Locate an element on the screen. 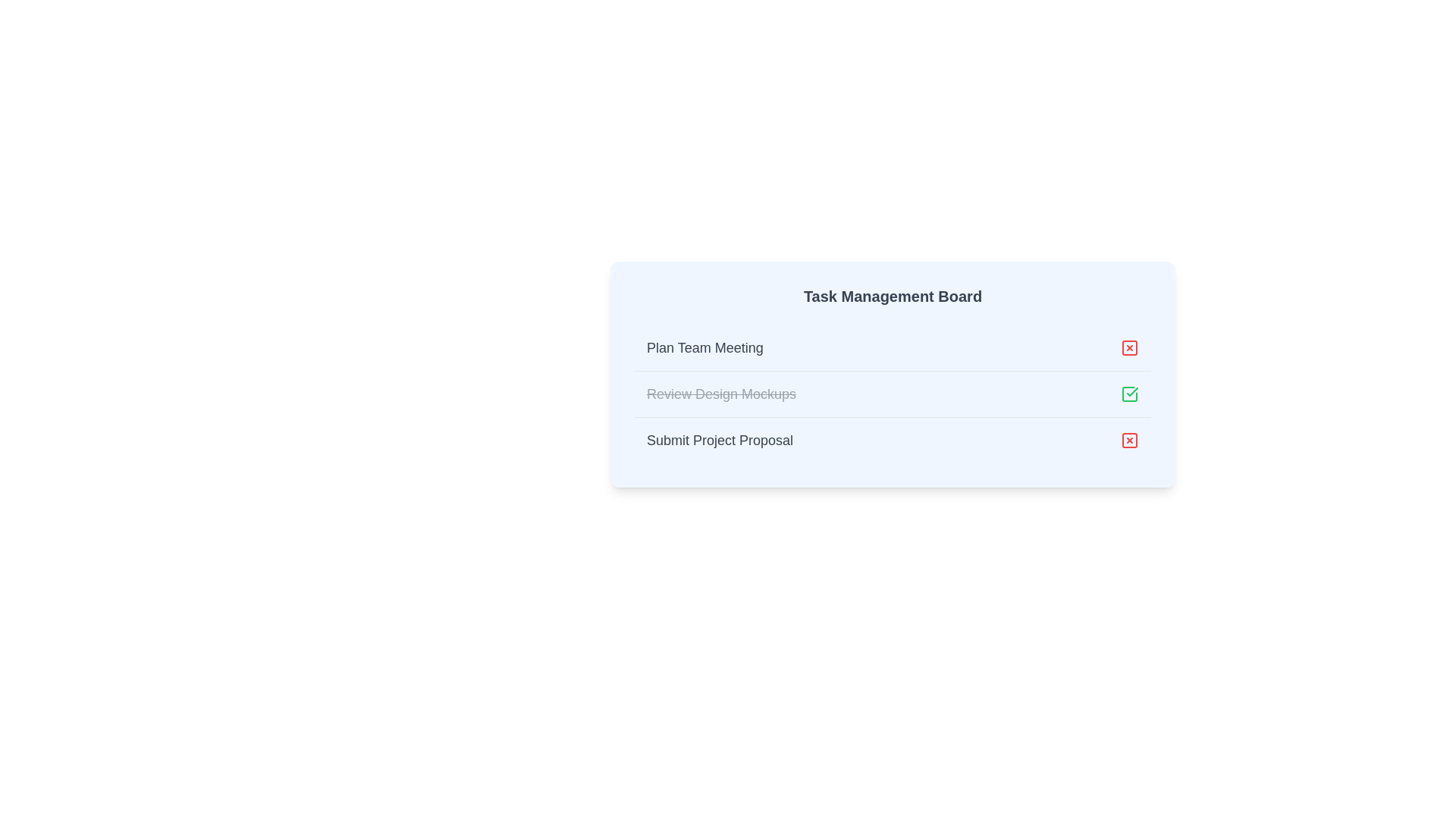 Image resolution: width=1456 pixels, height=819 pixels. the red-themed cancel or delete icon button located to the right of the 'Submit Project Proposal' text label is located at coordinates (1129, 441).